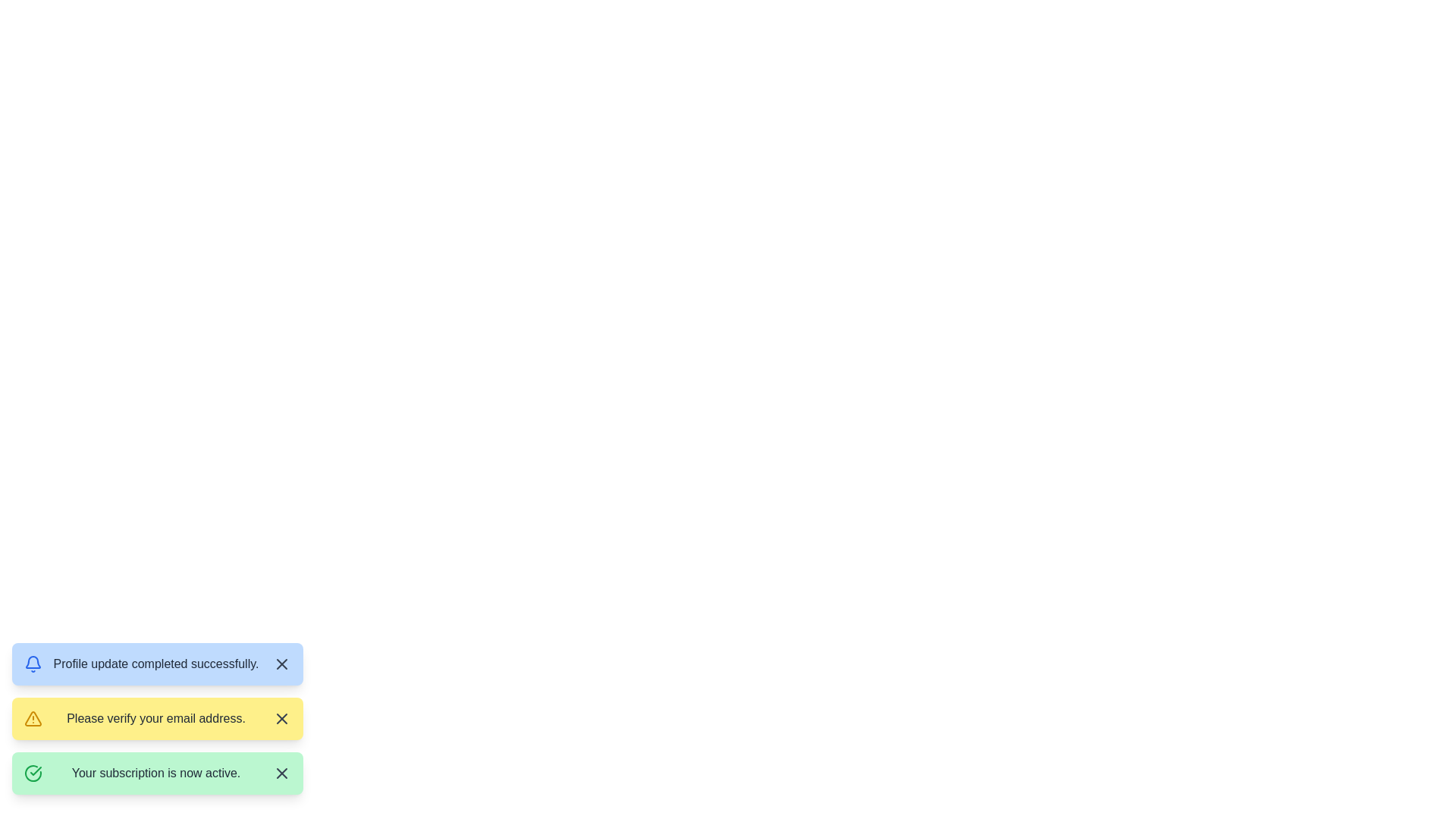  I want to click on the subscription active confirmation icon located within the green background banner of the notification labeled 'Your subscription is now active', so click(33, 773).